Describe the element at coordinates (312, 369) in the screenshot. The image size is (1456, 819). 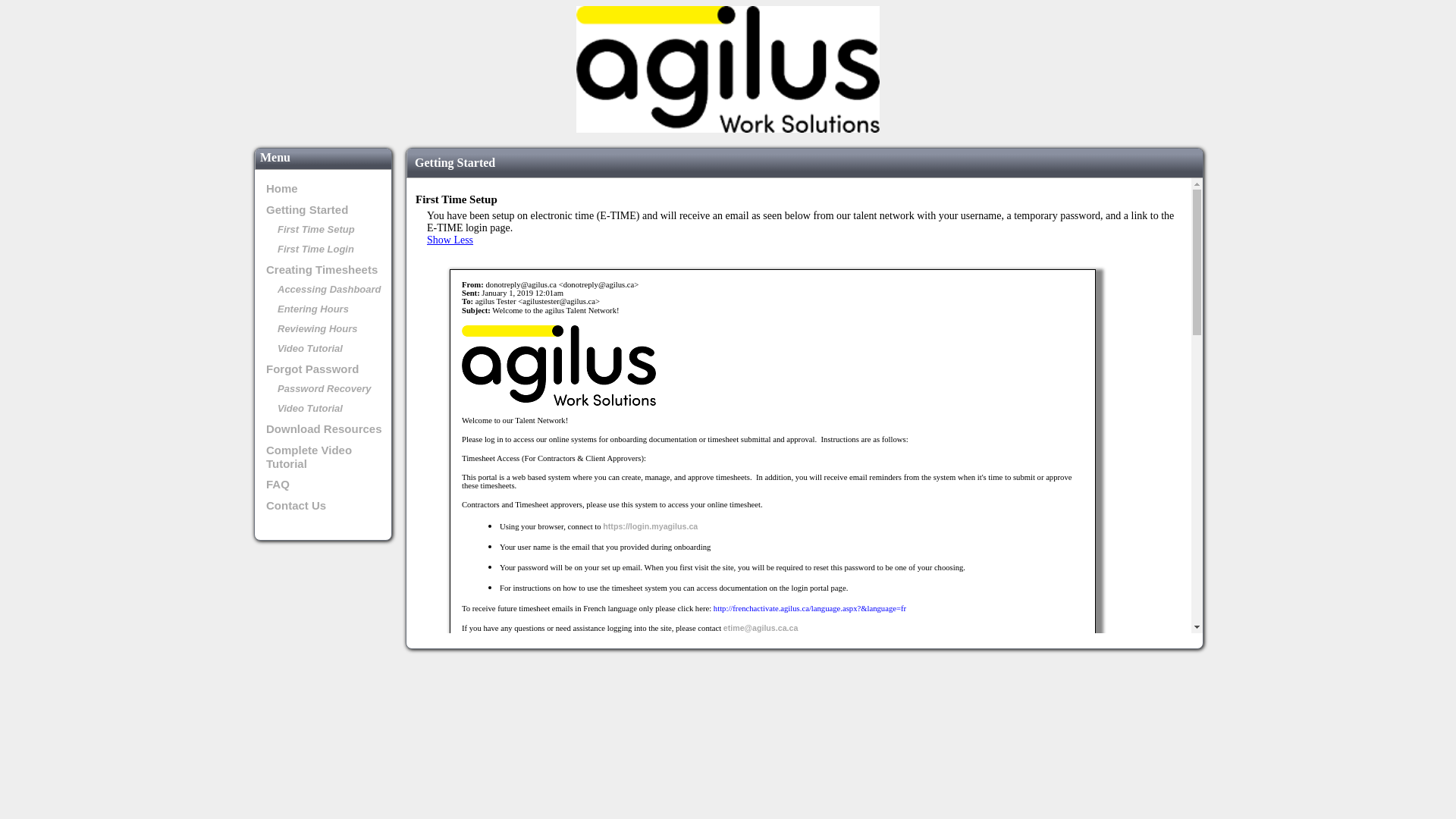
I see `'Forgot Password'` at that location.